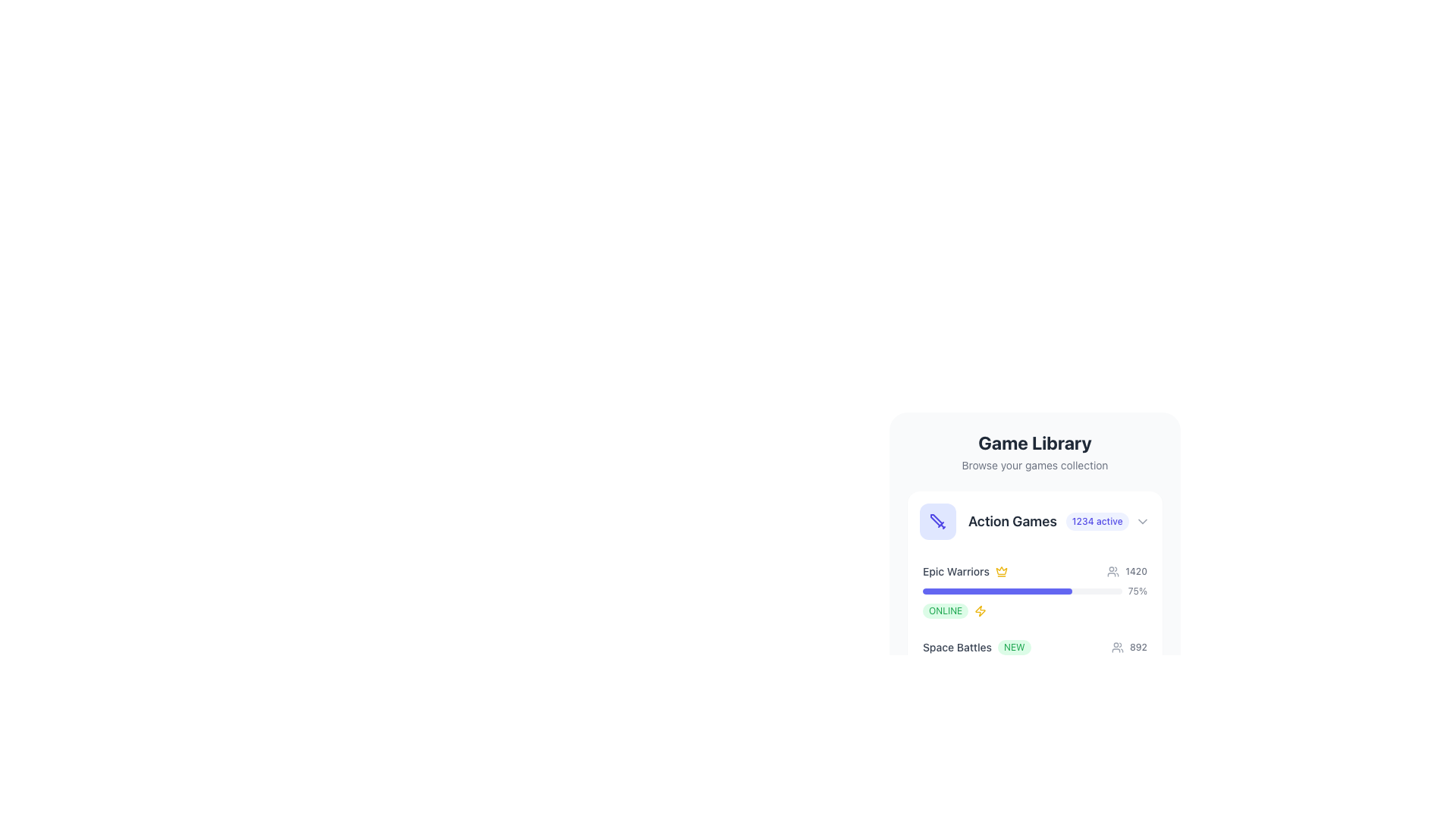 The height and width of the screenshot is (819, 1456). Describe the element at coordinates (1012, 520) in the screenshot. I see `the text label reading 'Action Games', which is styled with a medium-large bold dark gray font and positioned in the top section of the 'Game Library' interface, to the right of an icon and to the left of a badge reading '1234 active'` at that location.